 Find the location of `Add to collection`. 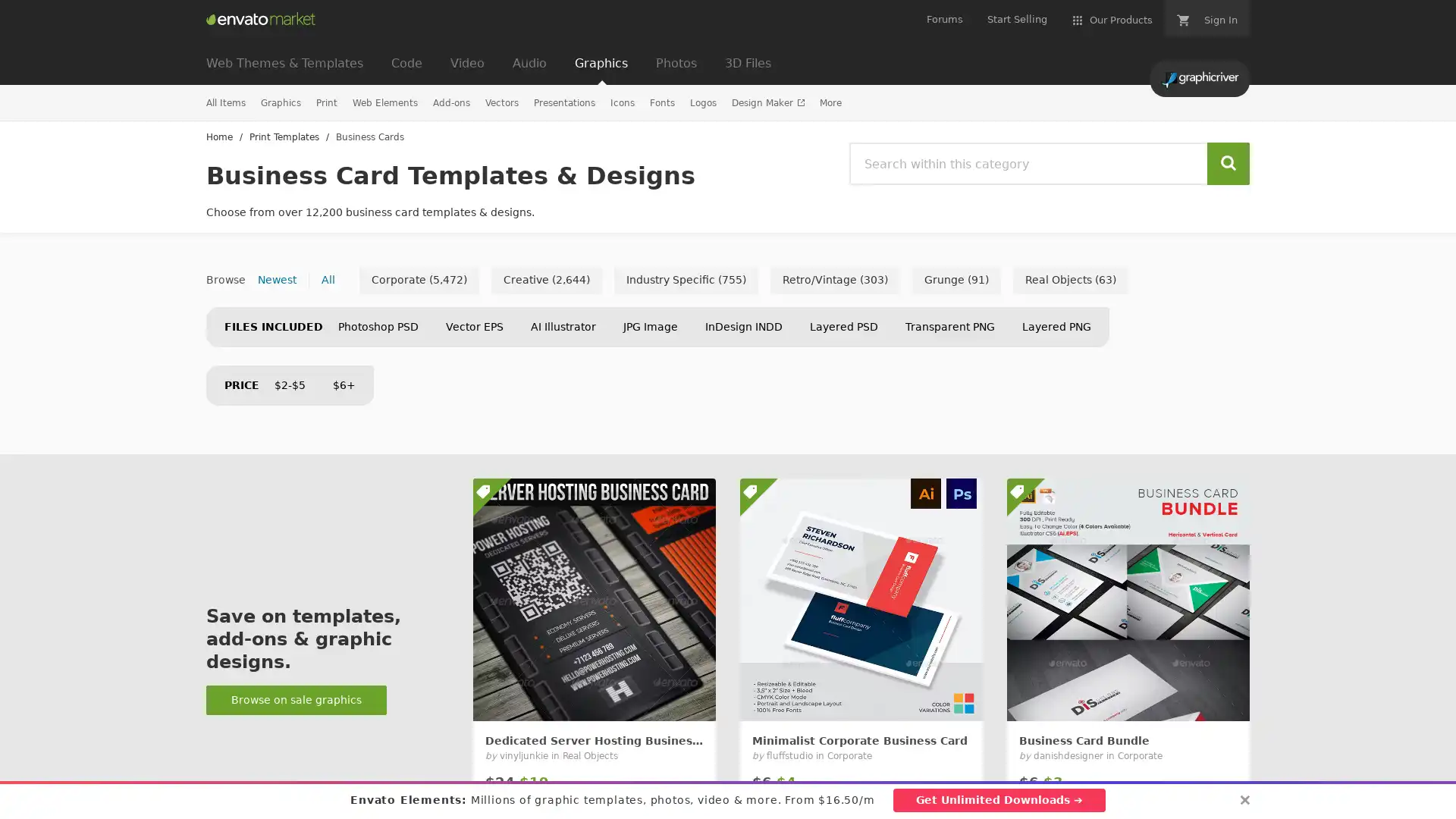

Add to collection is located at coordinates (1189, 699).